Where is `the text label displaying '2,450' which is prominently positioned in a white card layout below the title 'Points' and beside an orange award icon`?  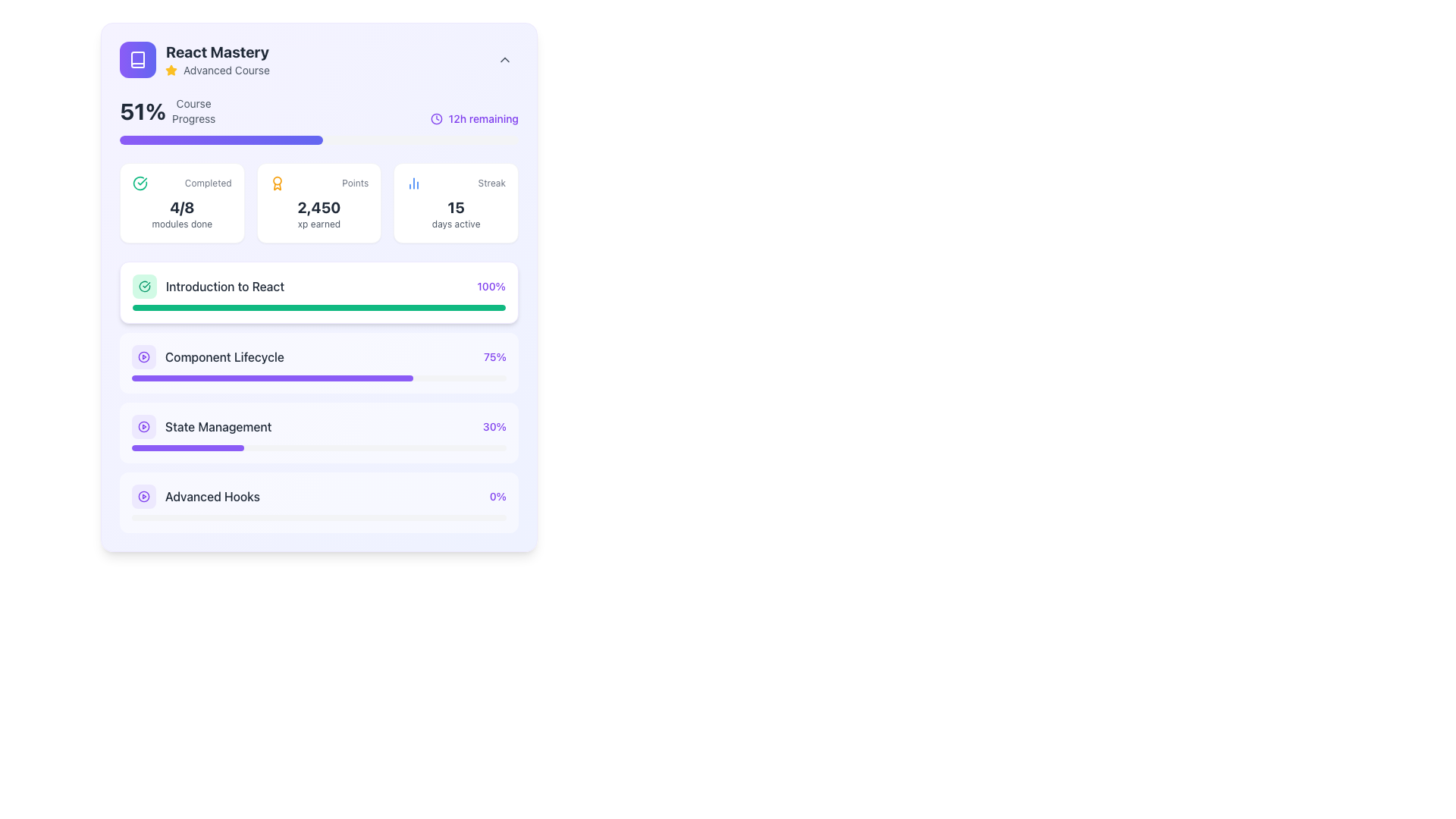
the text label displaying '2,450' which is prominently positioned in a white card layout below the title 'Points' and beside an orange award icon is located at coordinates (318, 207).